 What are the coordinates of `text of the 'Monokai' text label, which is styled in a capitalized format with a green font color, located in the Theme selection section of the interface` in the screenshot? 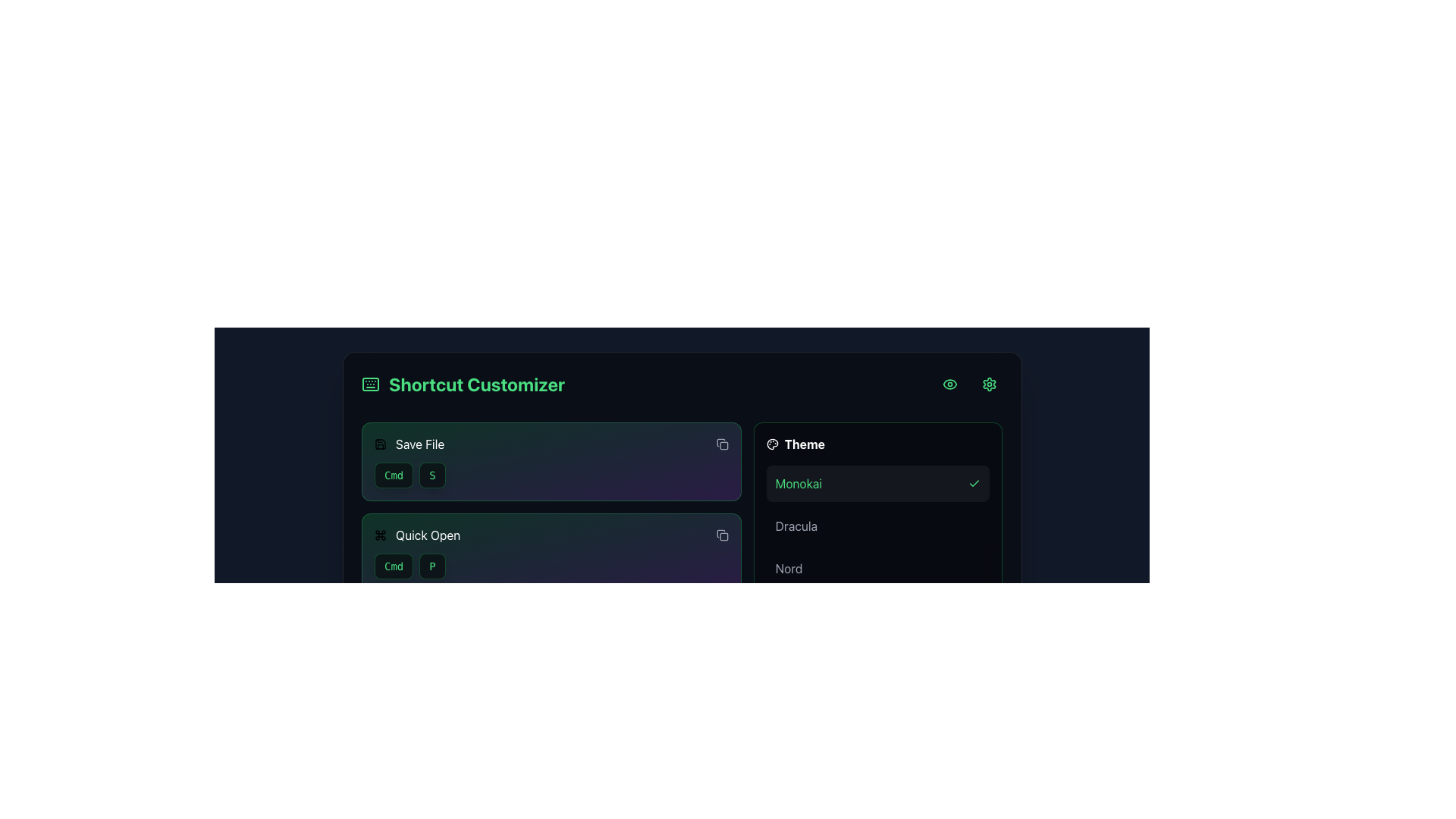 It's located at (798, 483).